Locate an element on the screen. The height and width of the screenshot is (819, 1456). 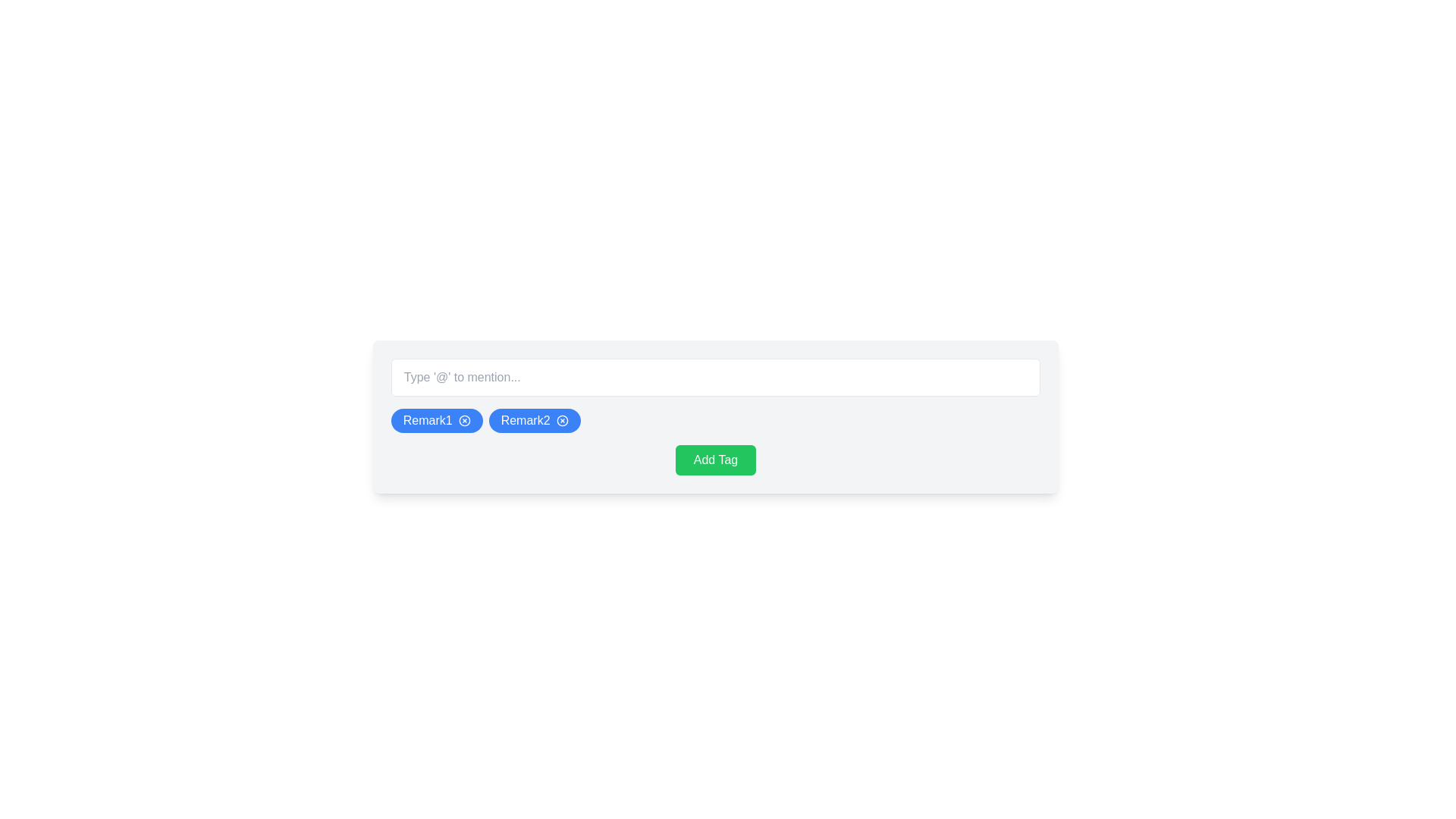
the blue rectangular button labeled 'Remark1' with an embedded close icon is located at coordinates (436, 421).